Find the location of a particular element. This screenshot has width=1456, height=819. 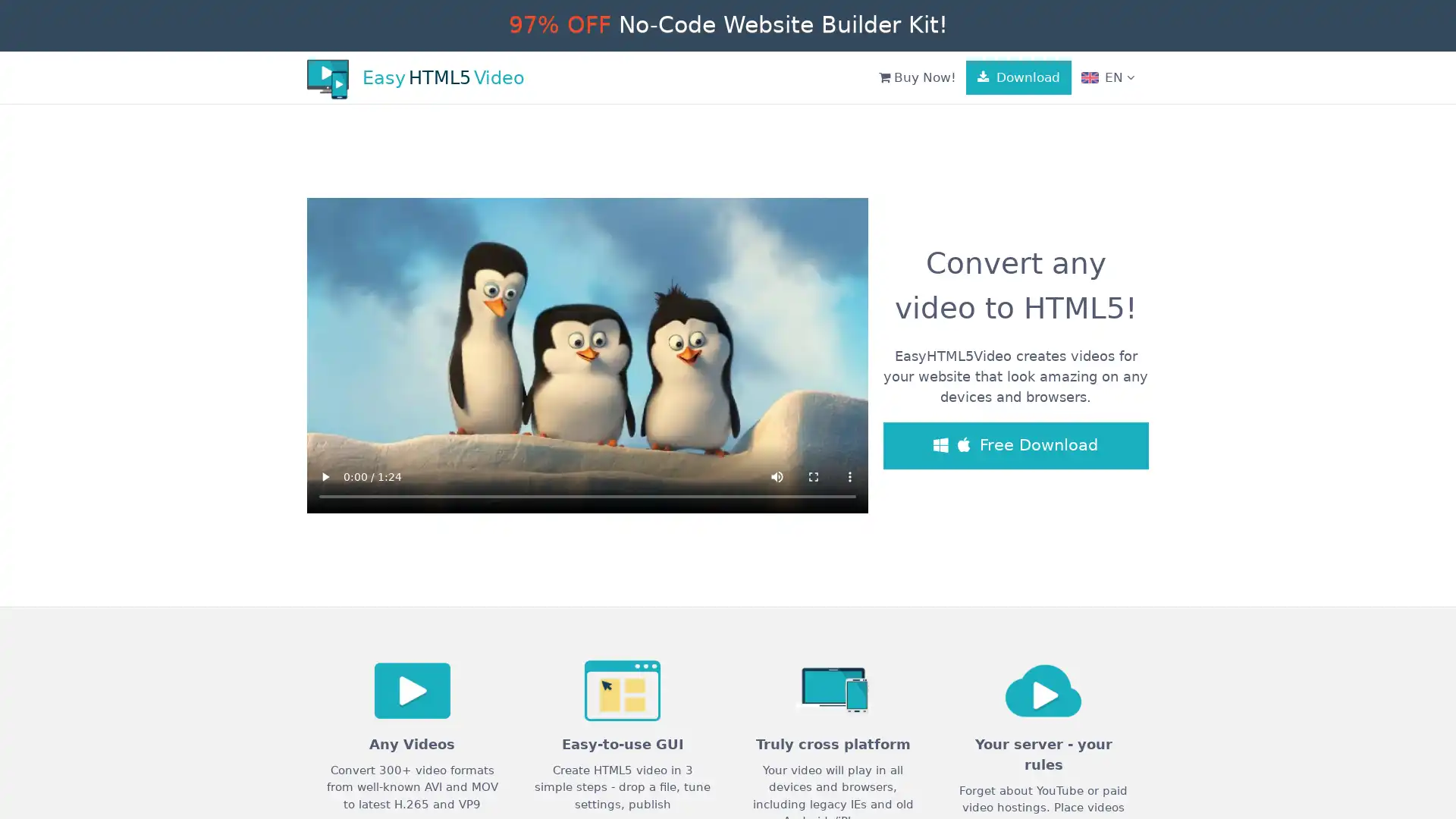

play is located at coordinates (324, 475).